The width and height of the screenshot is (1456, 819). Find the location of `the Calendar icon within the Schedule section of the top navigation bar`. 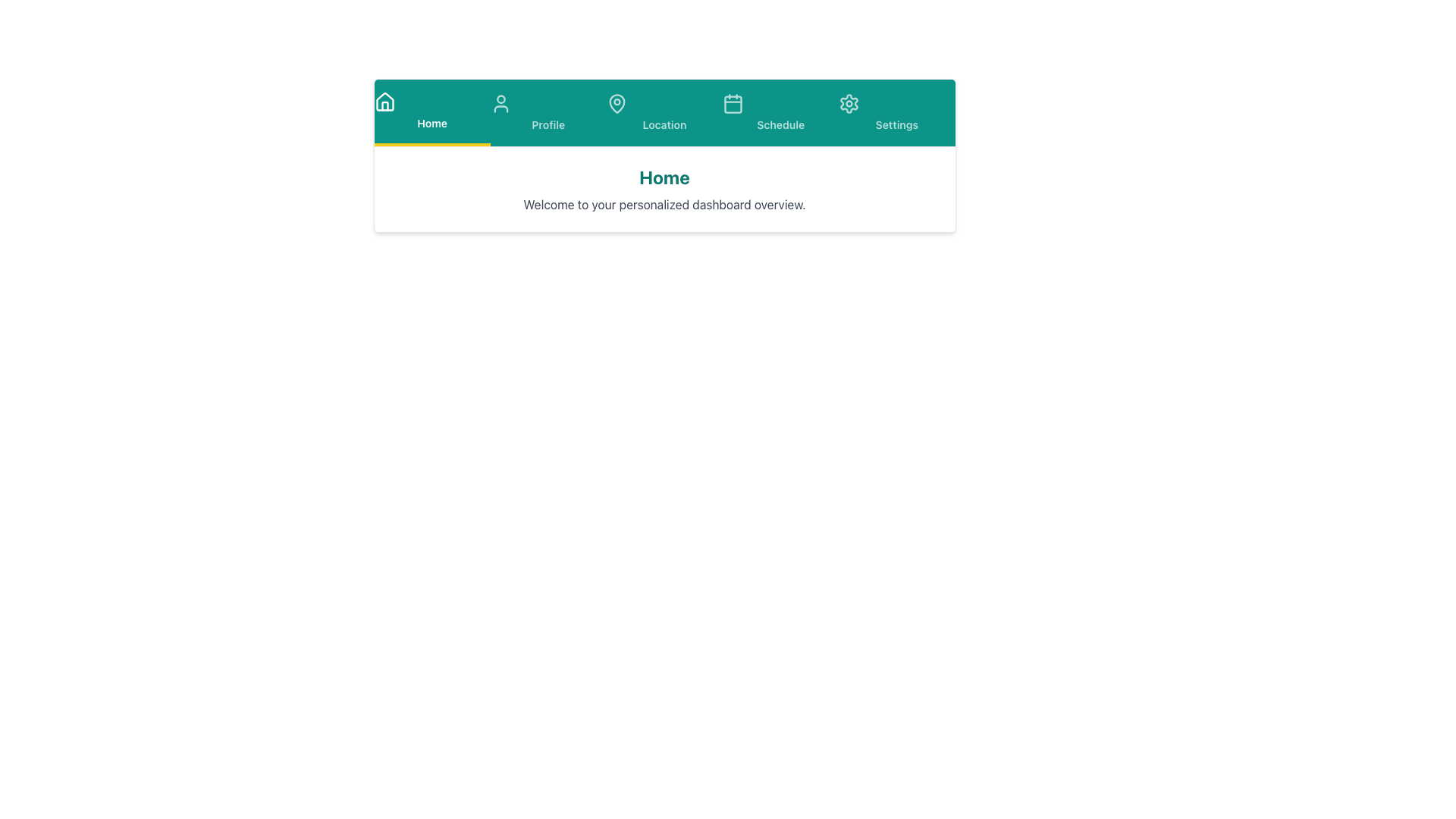

the Calendar icon within the Schedule section of the top navigation bar is located at coordinates (733, 104).